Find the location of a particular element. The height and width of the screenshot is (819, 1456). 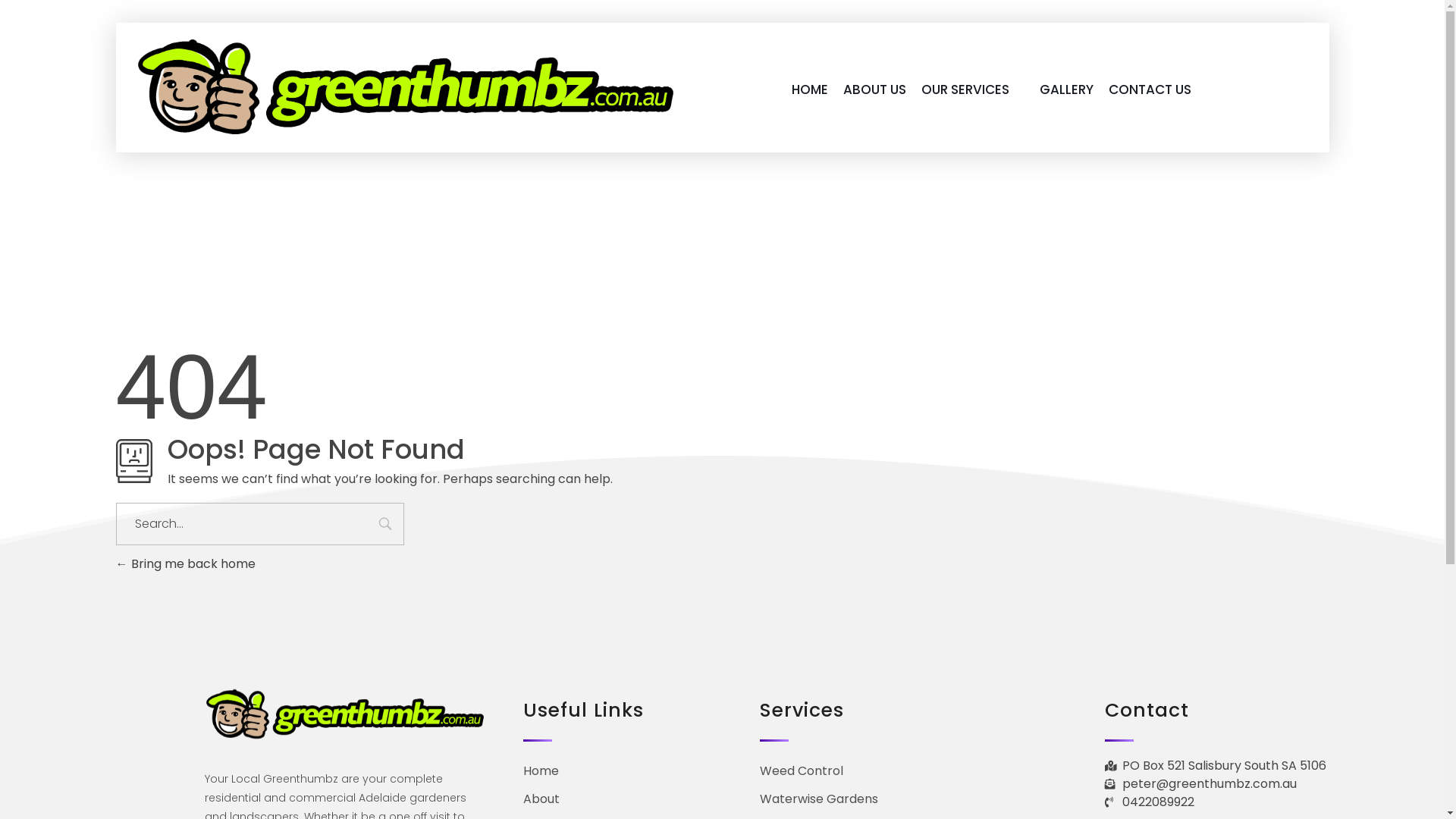

'Bring me back home' is located at coordinates (184, 563).